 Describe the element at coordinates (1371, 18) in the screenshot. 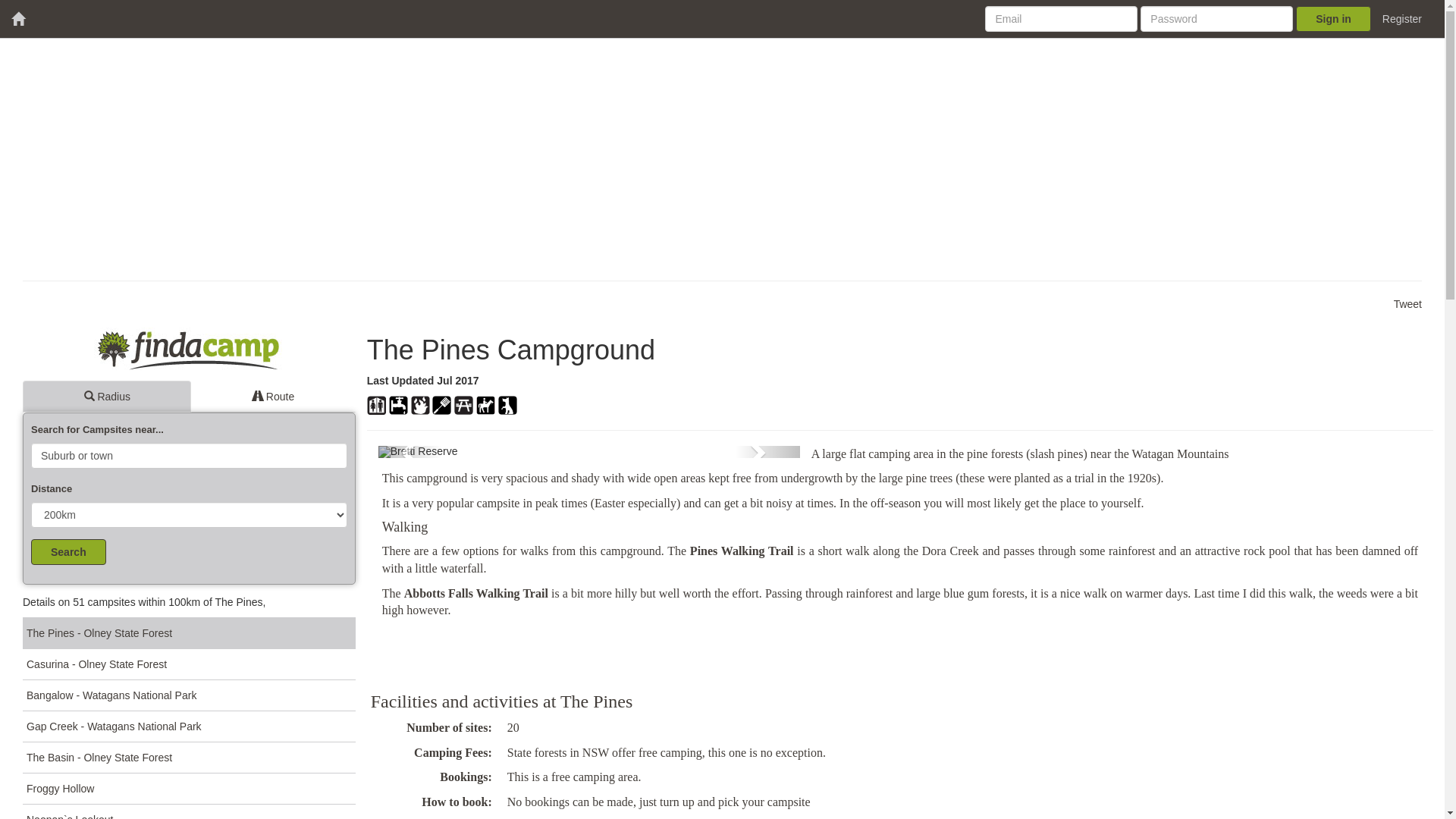

I see `'Register'` at that location.